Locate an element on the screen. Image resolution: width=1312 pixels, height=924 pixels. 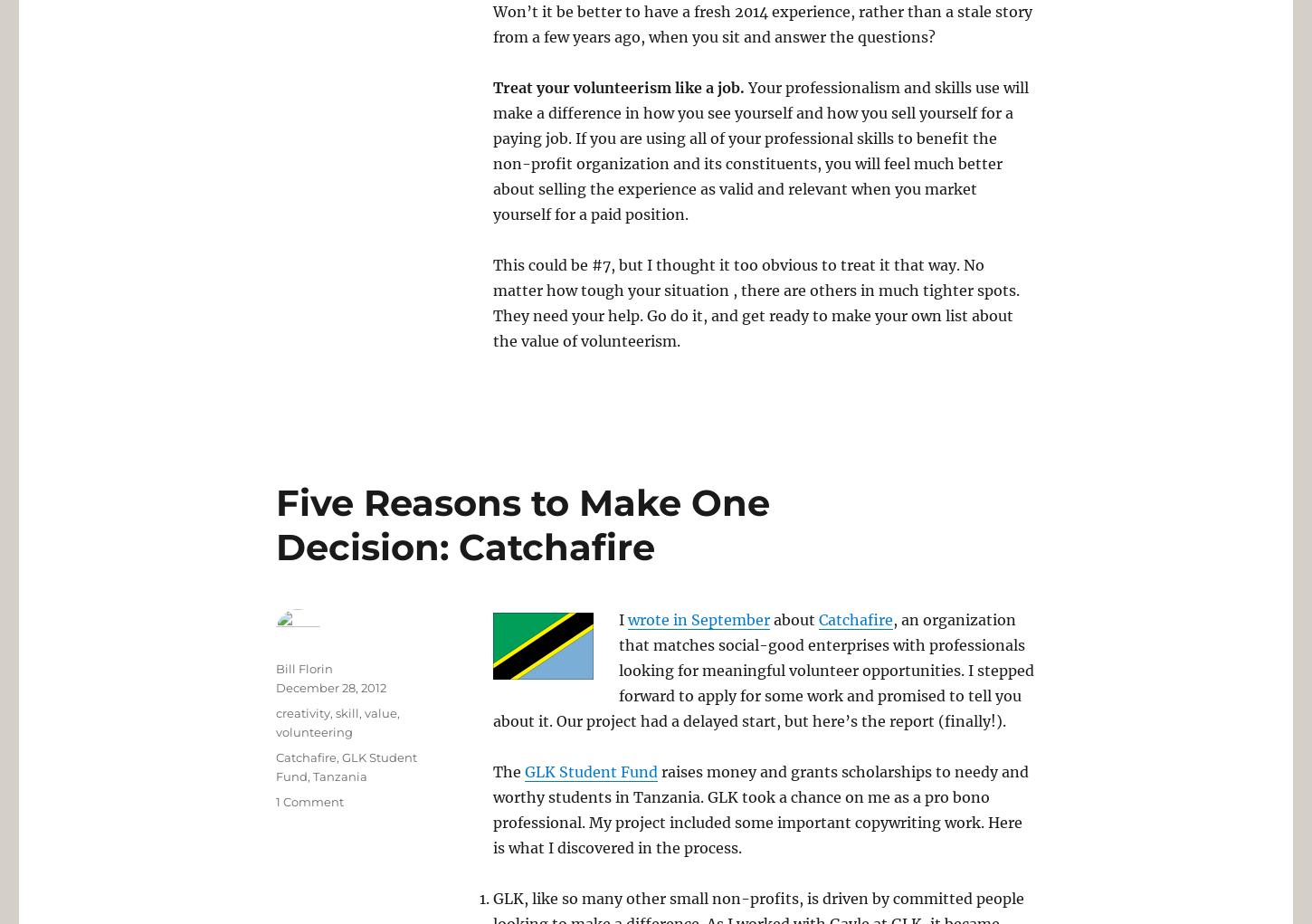
'Tanzania' is located at coordinates (338, 776).